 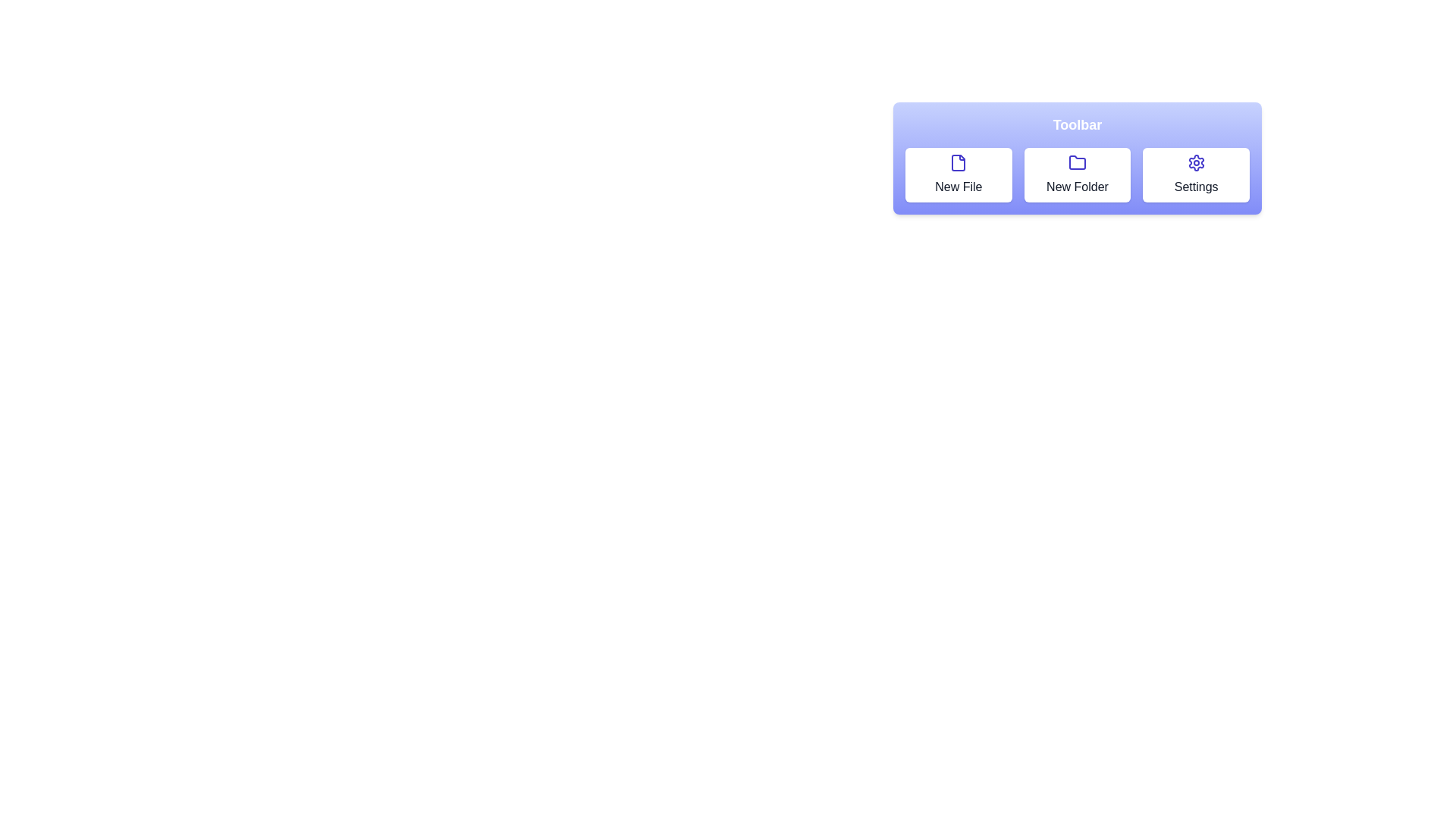 What do you see at coordinates (1195, 186) in the screenshot?
I see `text label located beneath the gear icon in the toolbar, which indicates the purpose of the associated settings button` at bounding box center [1195, 186].